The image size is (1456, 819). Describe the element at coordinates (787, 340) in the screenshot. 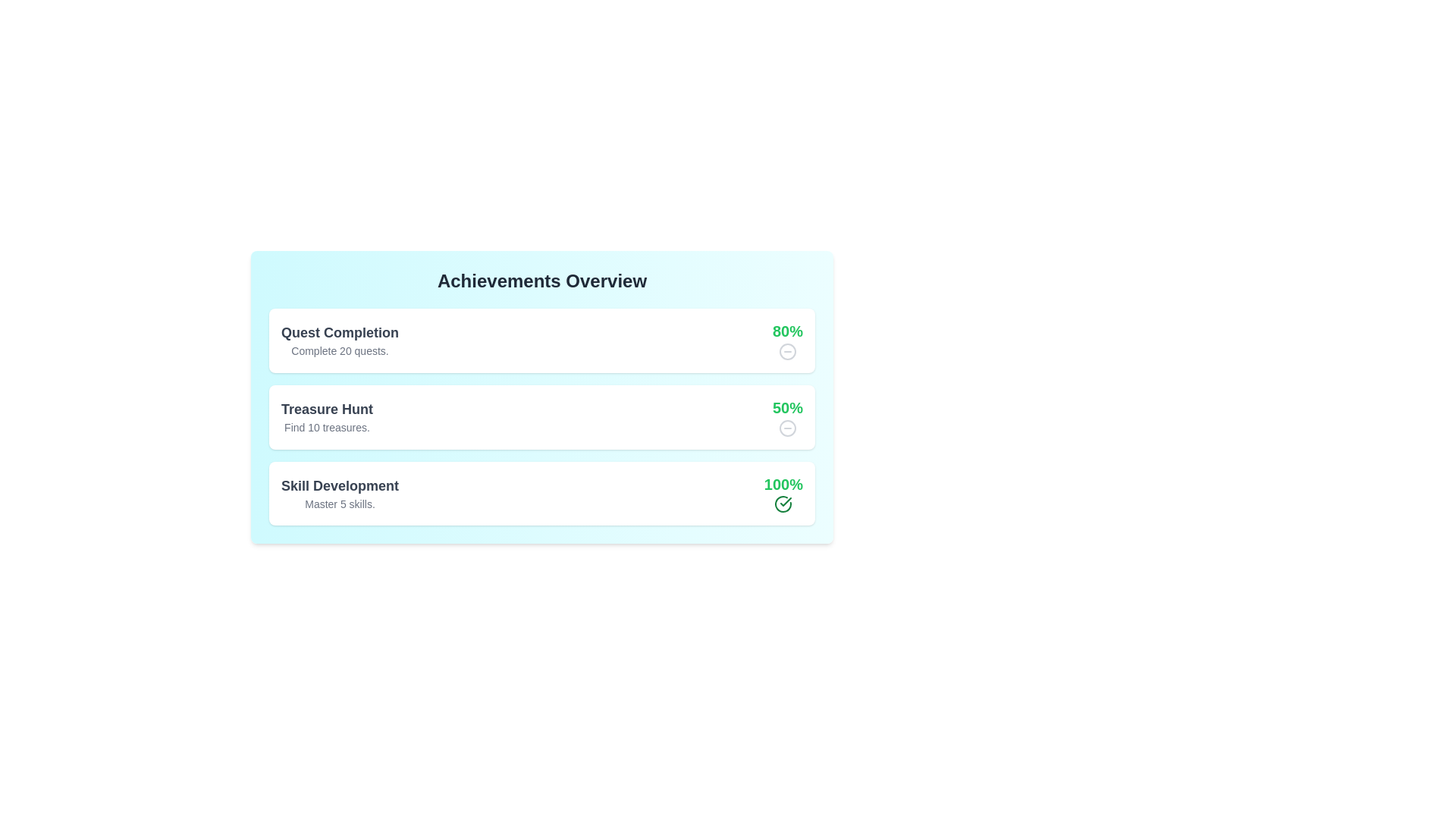

I see `the Statistical indicator for 'Quest Completion' task progress, which shows 80% completed, located in the top-right corner of the 'Achievements Overview' card` at that location.